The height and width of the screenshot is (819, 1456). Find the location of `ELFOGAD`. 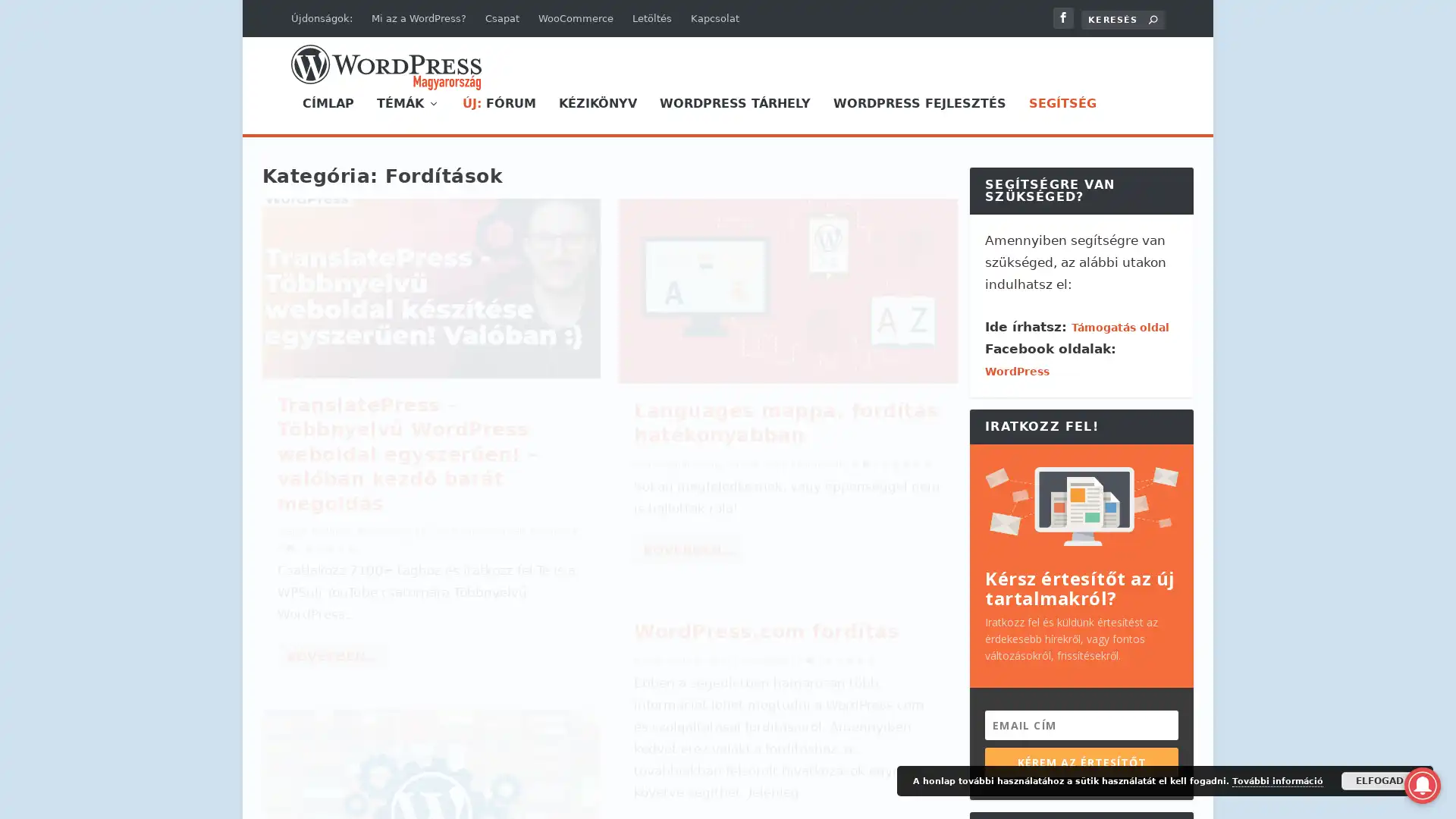

ELFOGAD is located at coordinates (1379, 780).